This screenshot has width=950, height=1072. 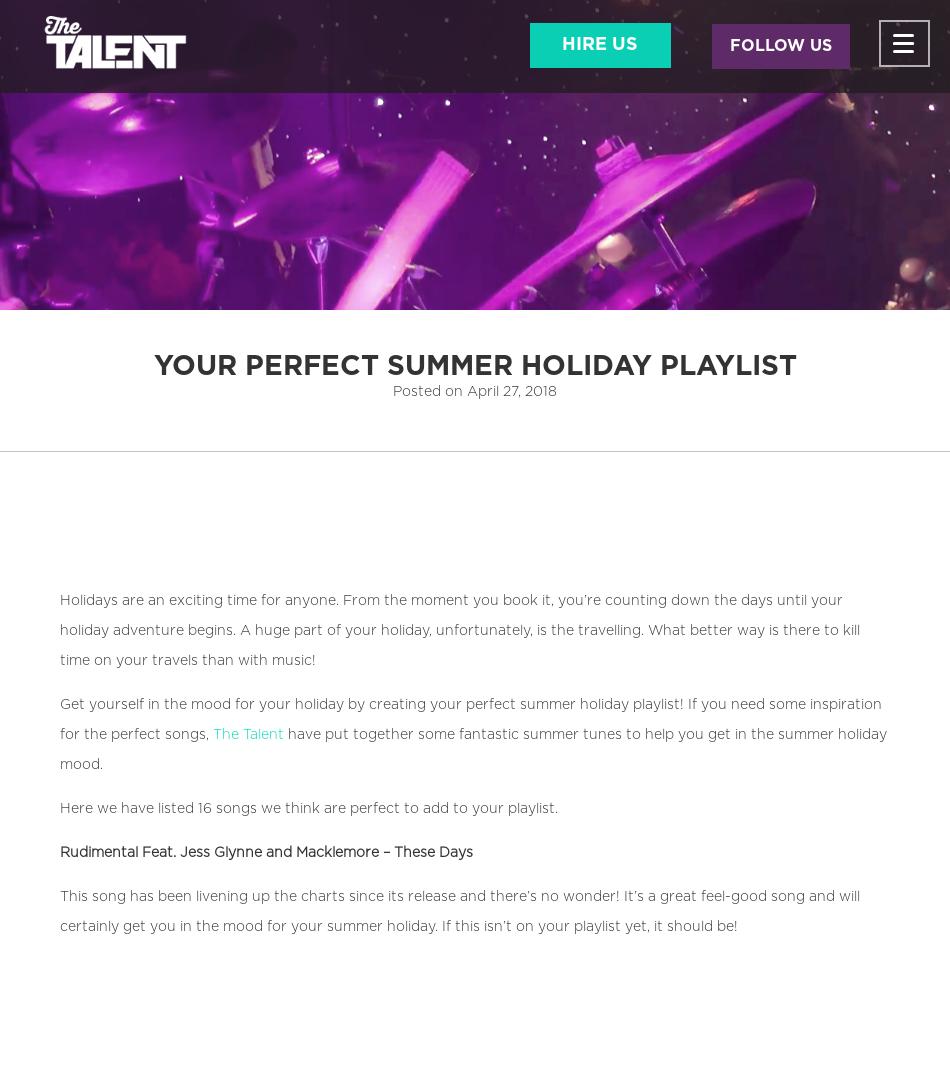 What do you see at coordinates (779, 44) in the screenshot?
I see `'FOLLOW US'` at bounding box center [779, 44].